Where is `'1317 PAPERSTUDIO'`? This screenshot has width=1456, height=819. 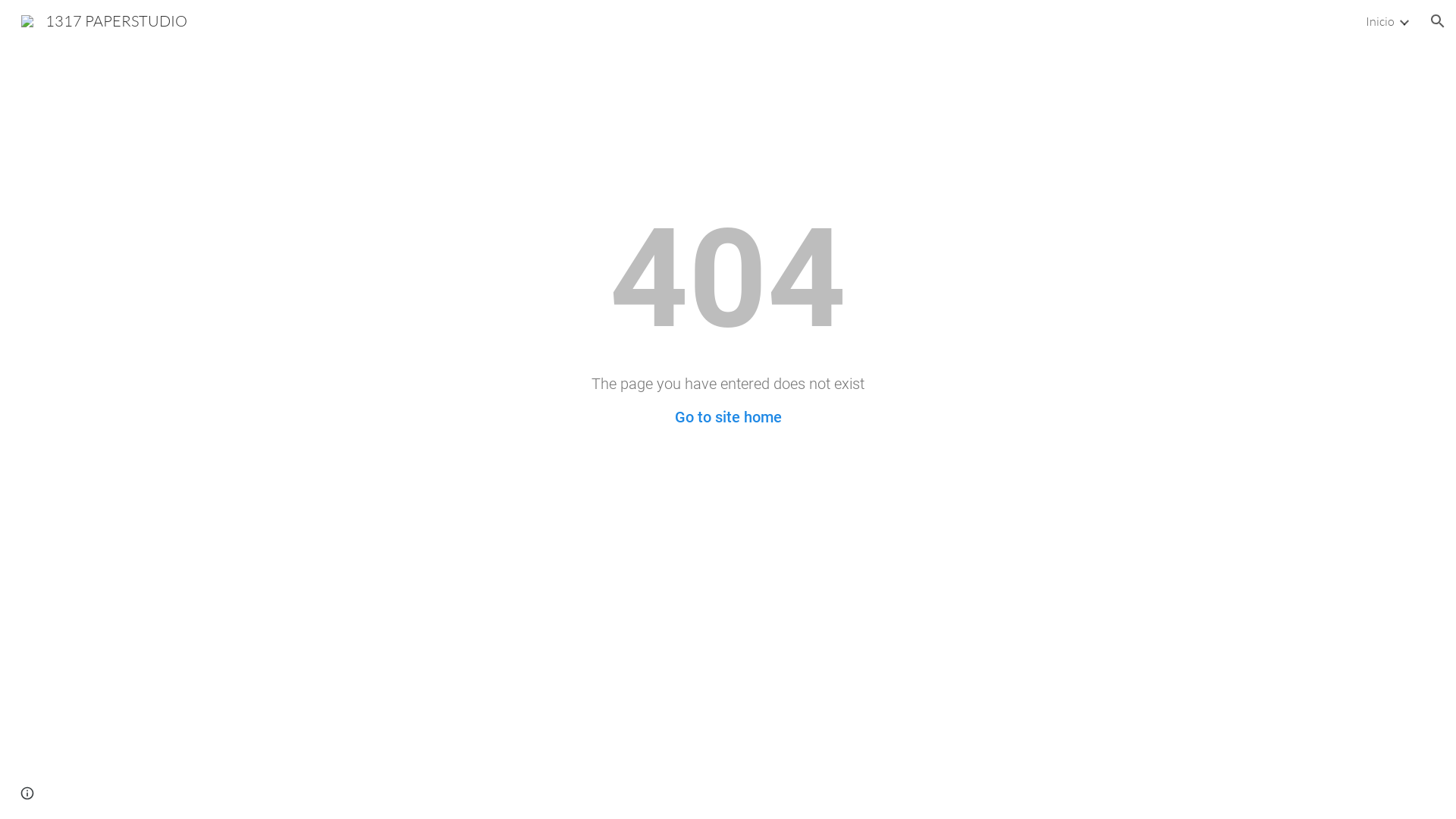
'1317 PAPERSTUDIO' is located at coordinates (103, 19).